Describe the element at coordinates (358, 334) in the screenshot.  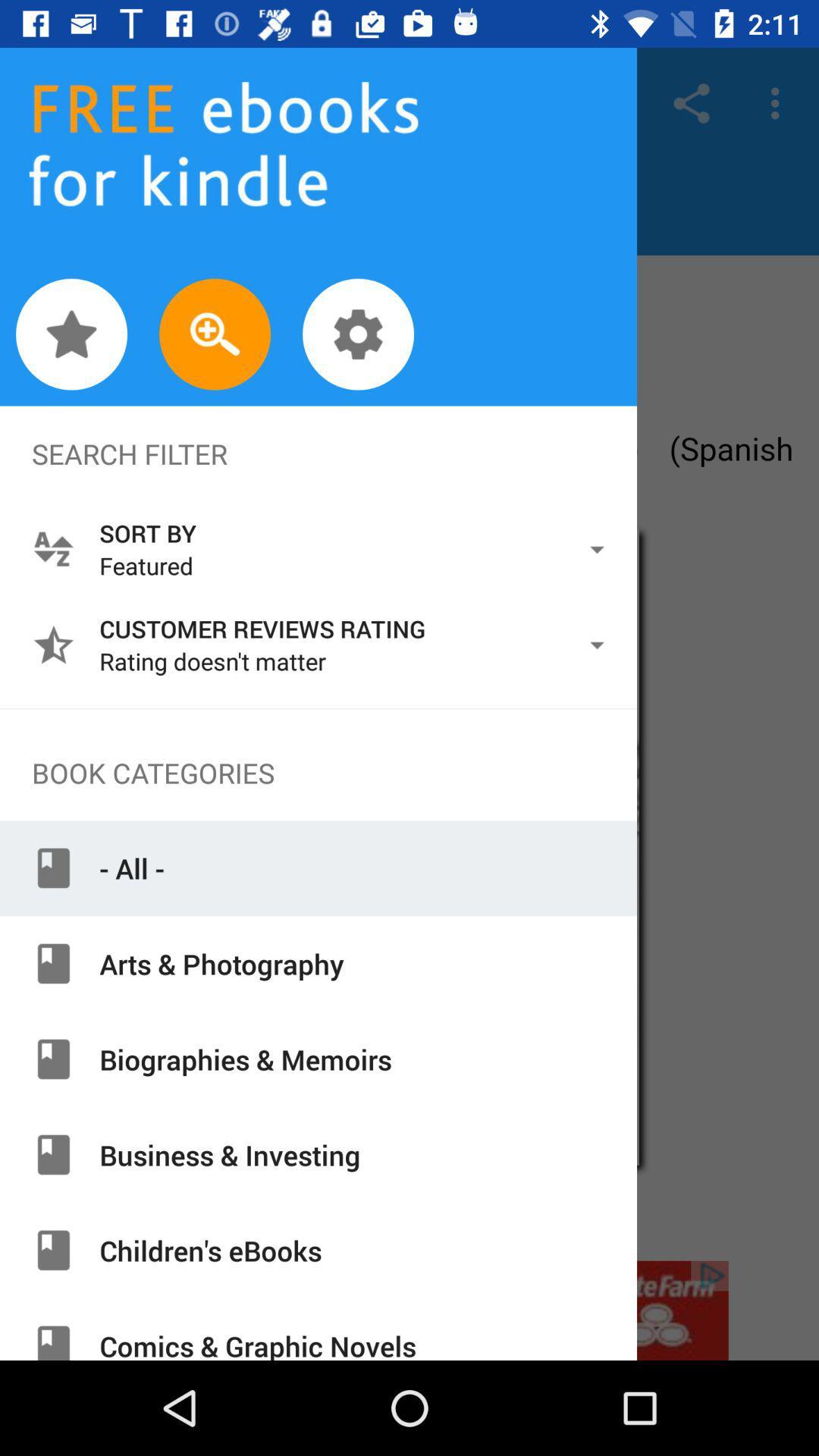
I see `setting` at that location.